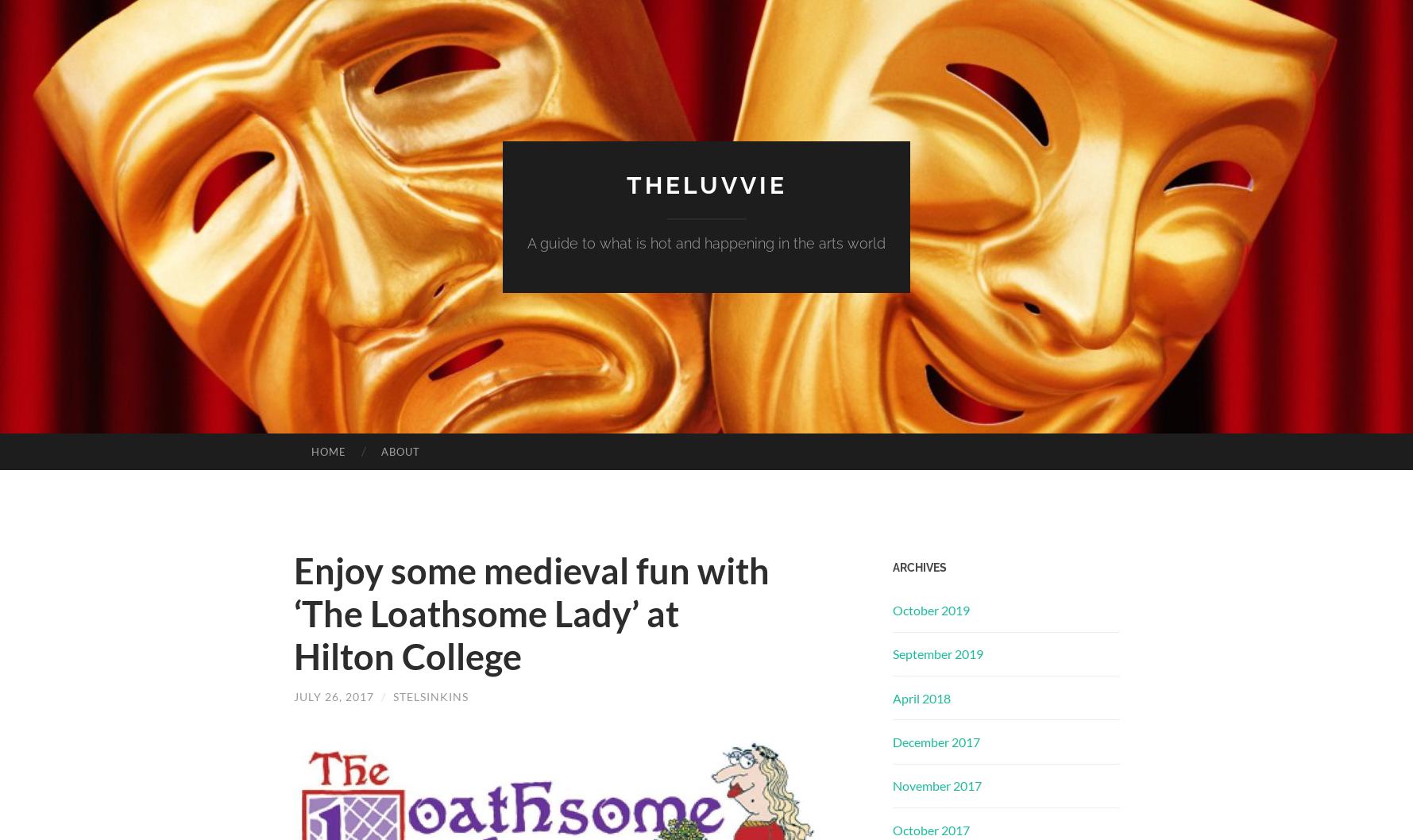  I want to click on '/', so click(381, 695).